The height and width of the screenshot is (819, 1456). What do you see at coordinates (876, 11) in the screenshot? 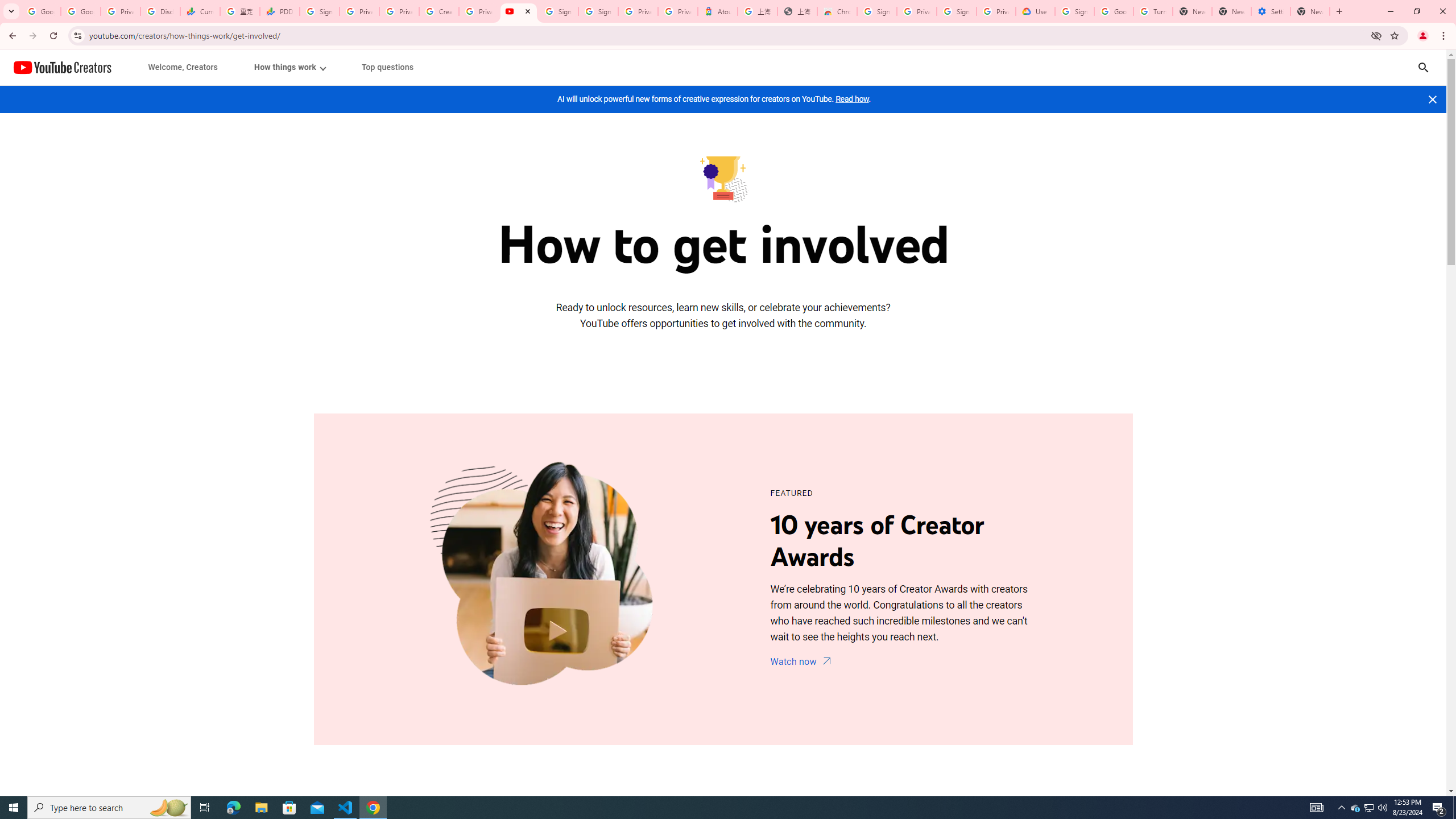
I see `'Sign in - Google Accounts'` at bounding box center [876, 11].